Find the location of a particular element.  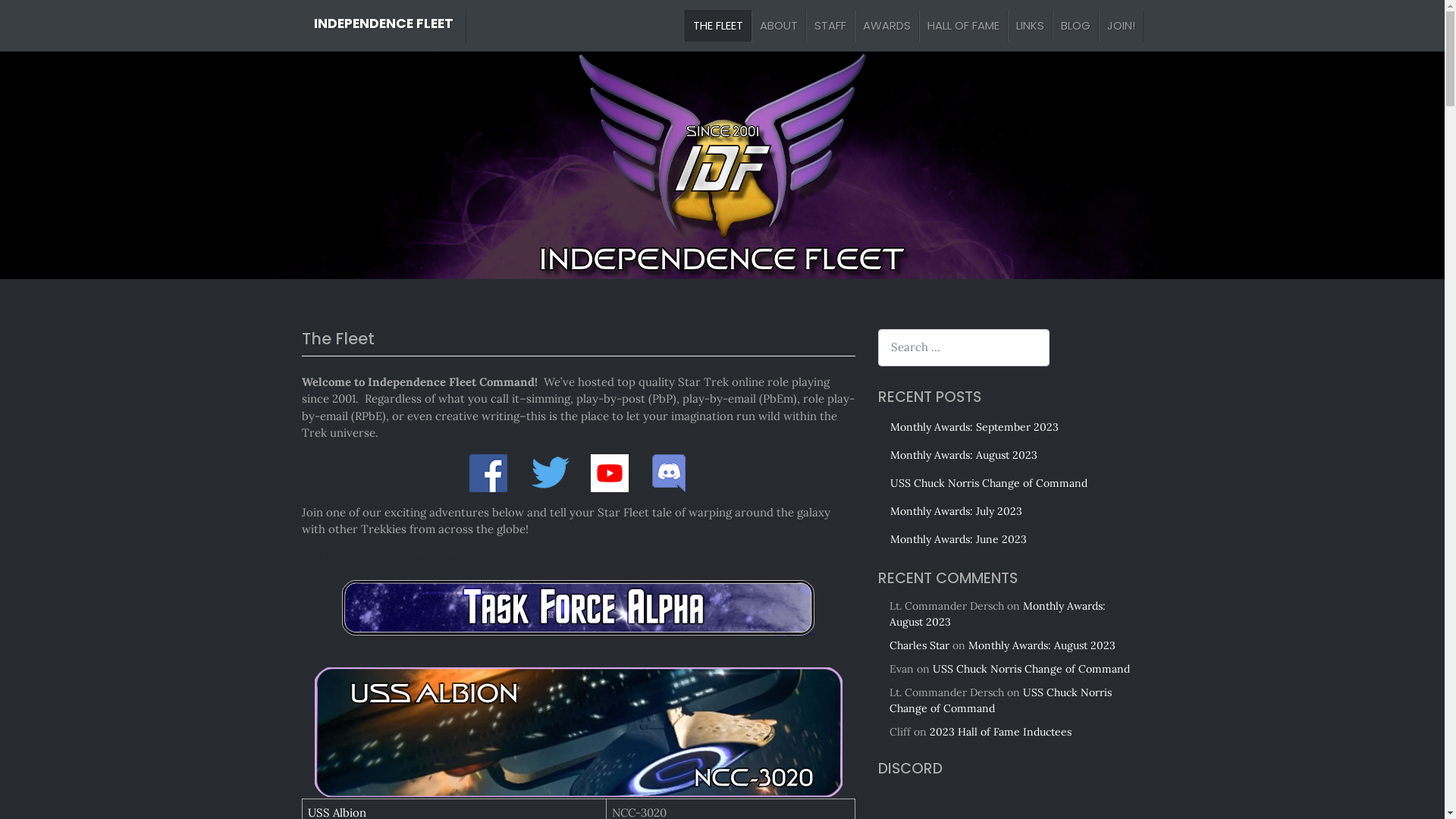

'HALL OF FAME' is located at coordinates (962, 26).